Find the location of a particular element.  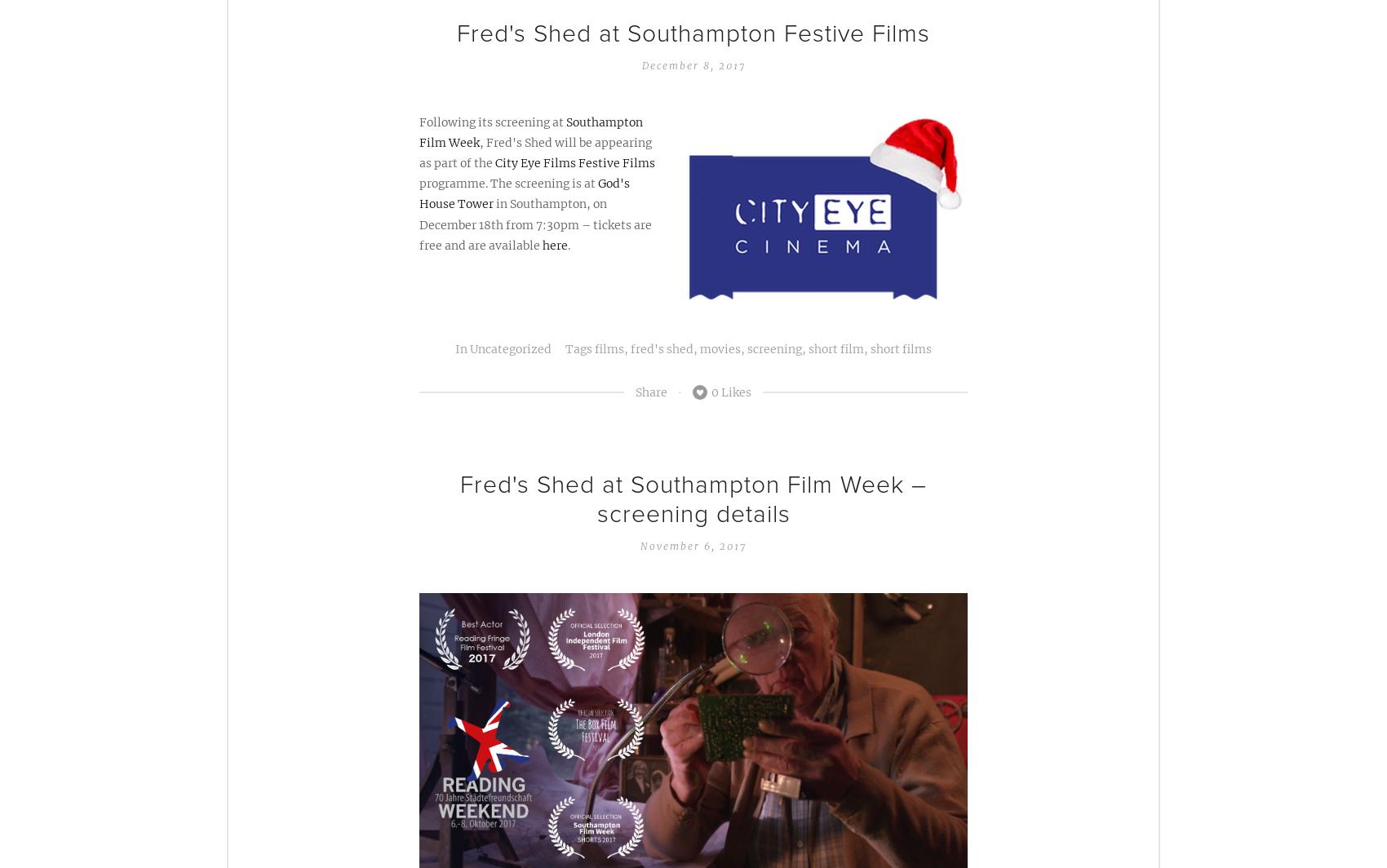

'City Eye Films Festive Films' is located at coordinates (574, 163).